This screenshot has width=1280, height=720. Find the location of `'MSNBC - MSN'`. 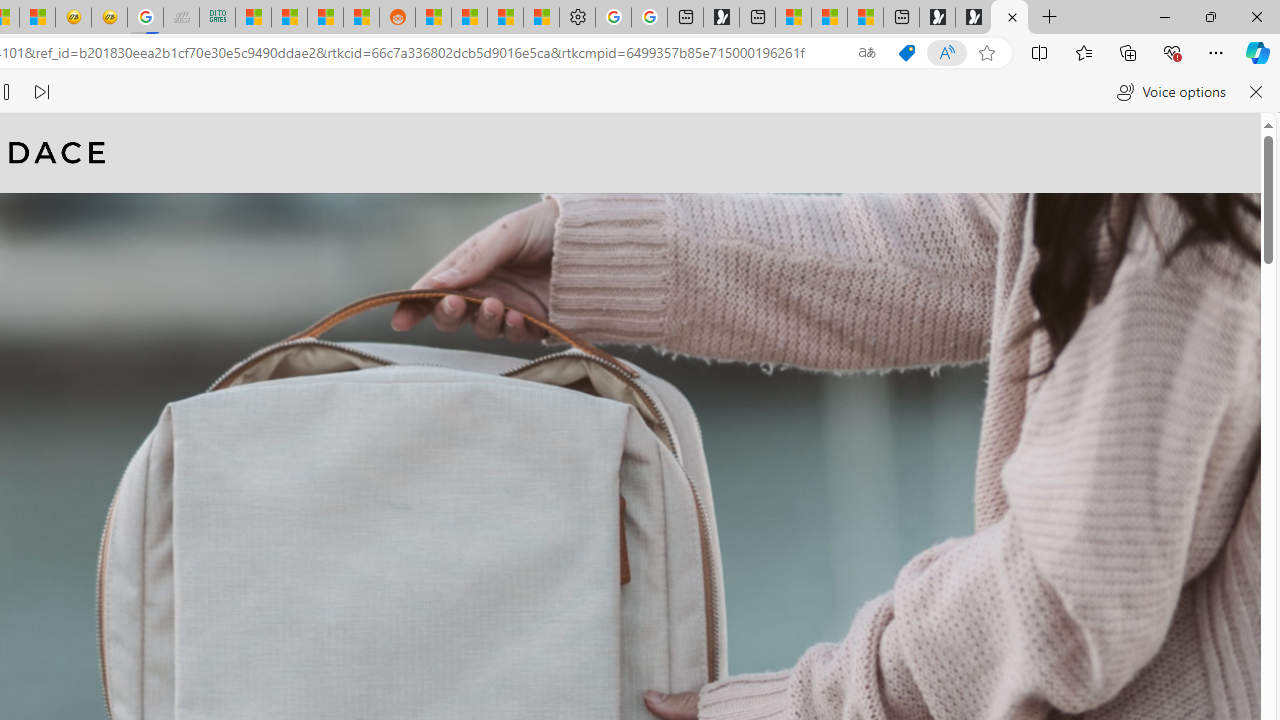

'MSNBC - MSN' is located at coordinates (252, 17).